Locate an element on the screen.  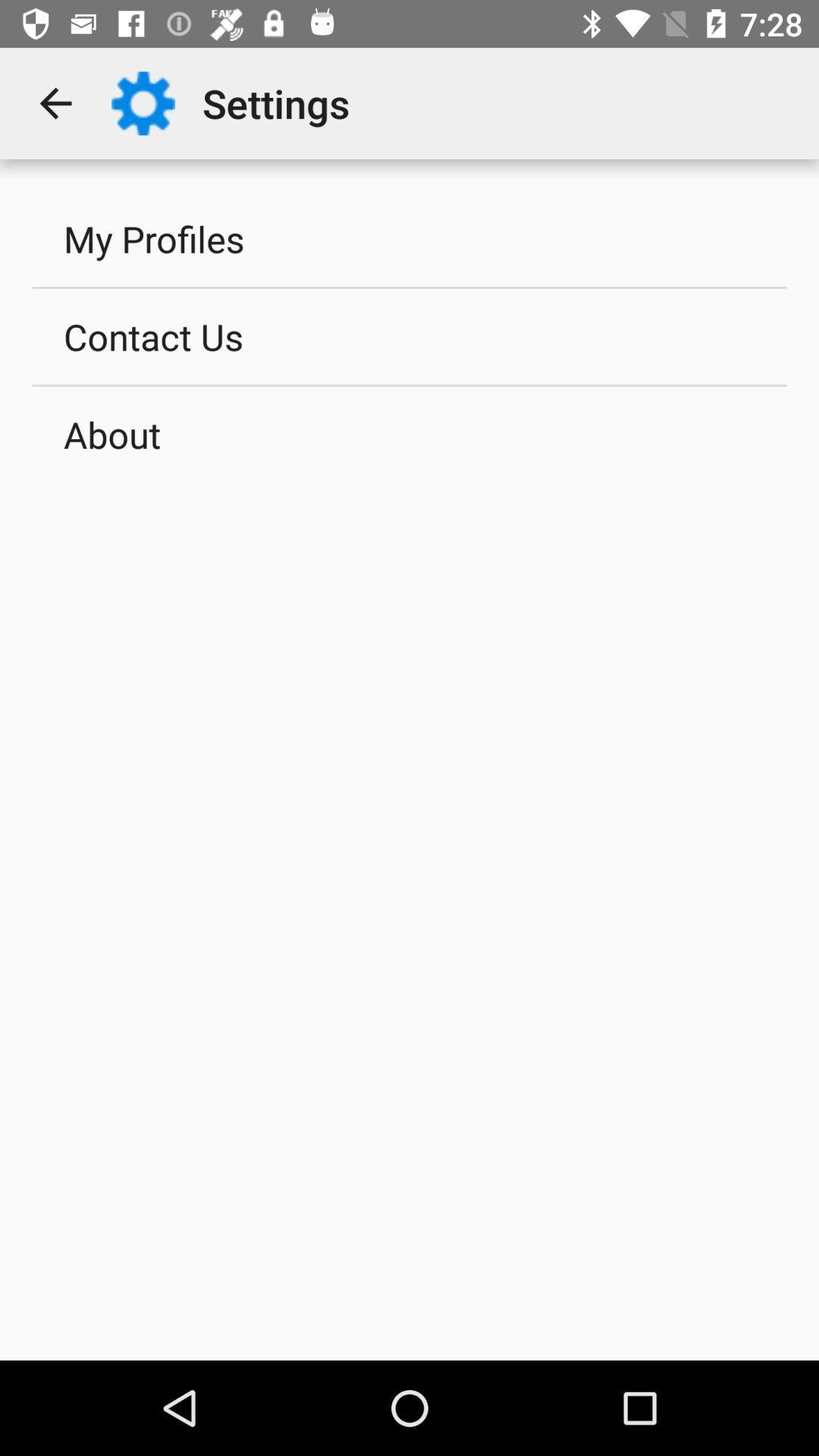
icon above the contact us item is located at coordinates (409, 238).